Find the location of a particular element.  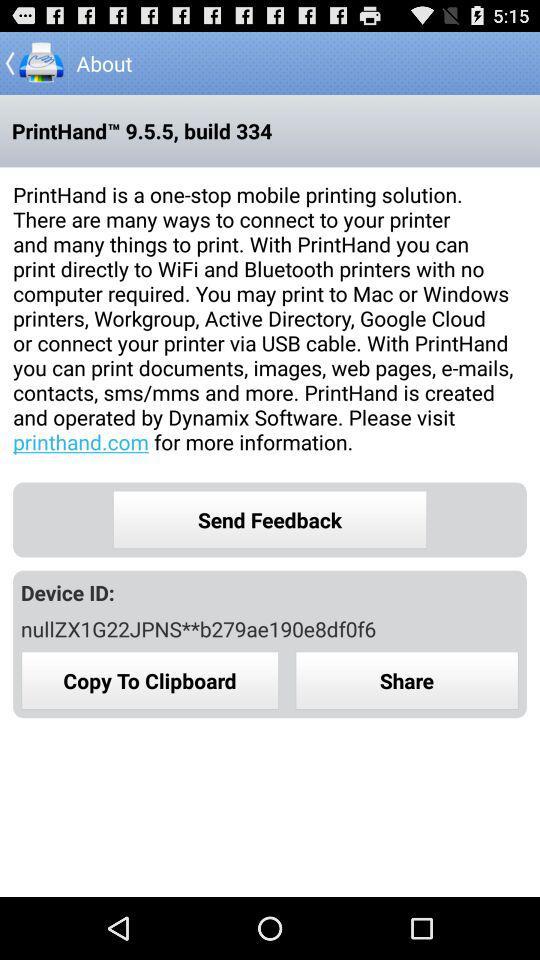

the item to the left of the share icon is located at coordinates (149, 680).